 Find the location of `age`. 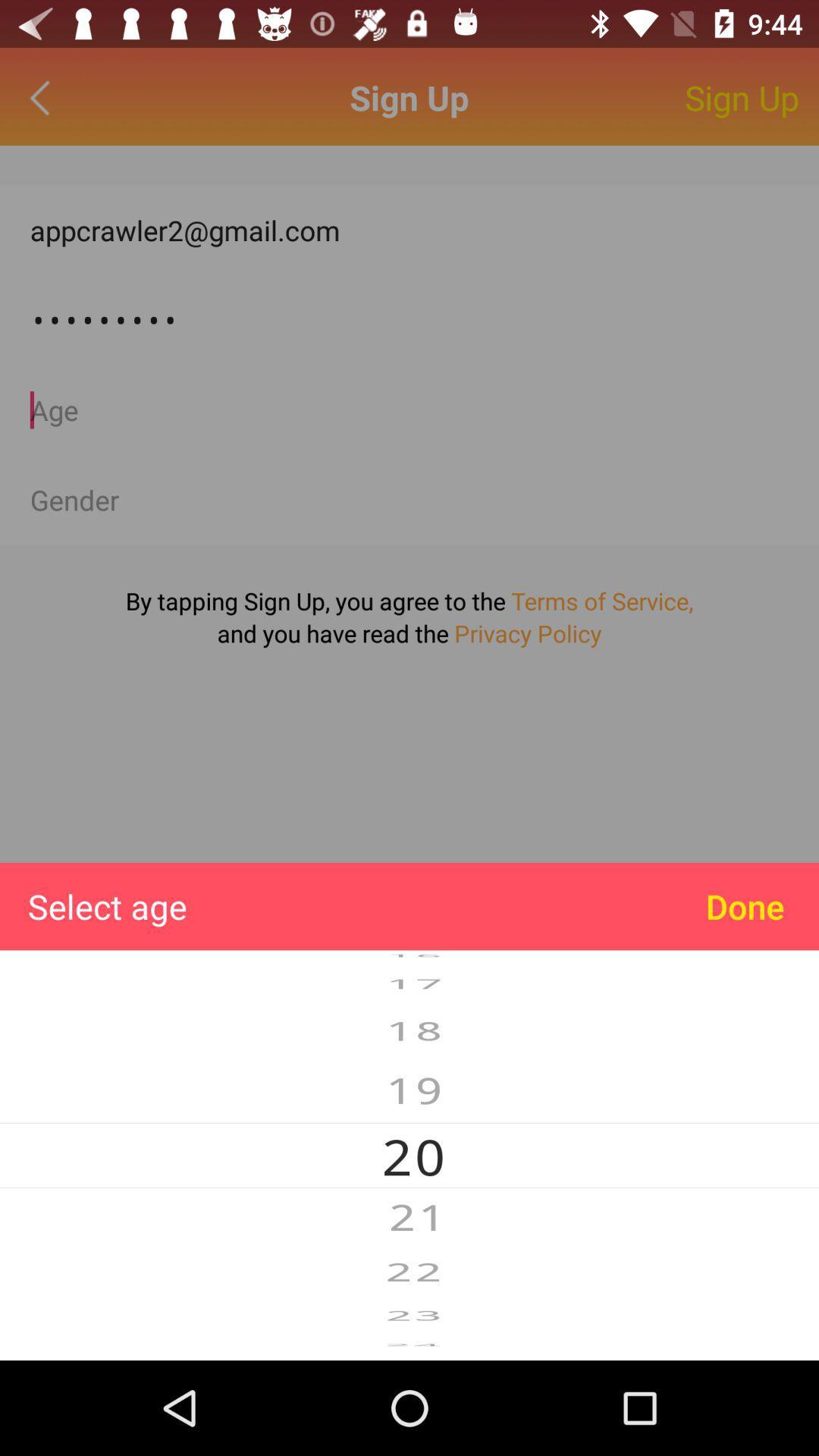

age is located at coordinates (409, 409).